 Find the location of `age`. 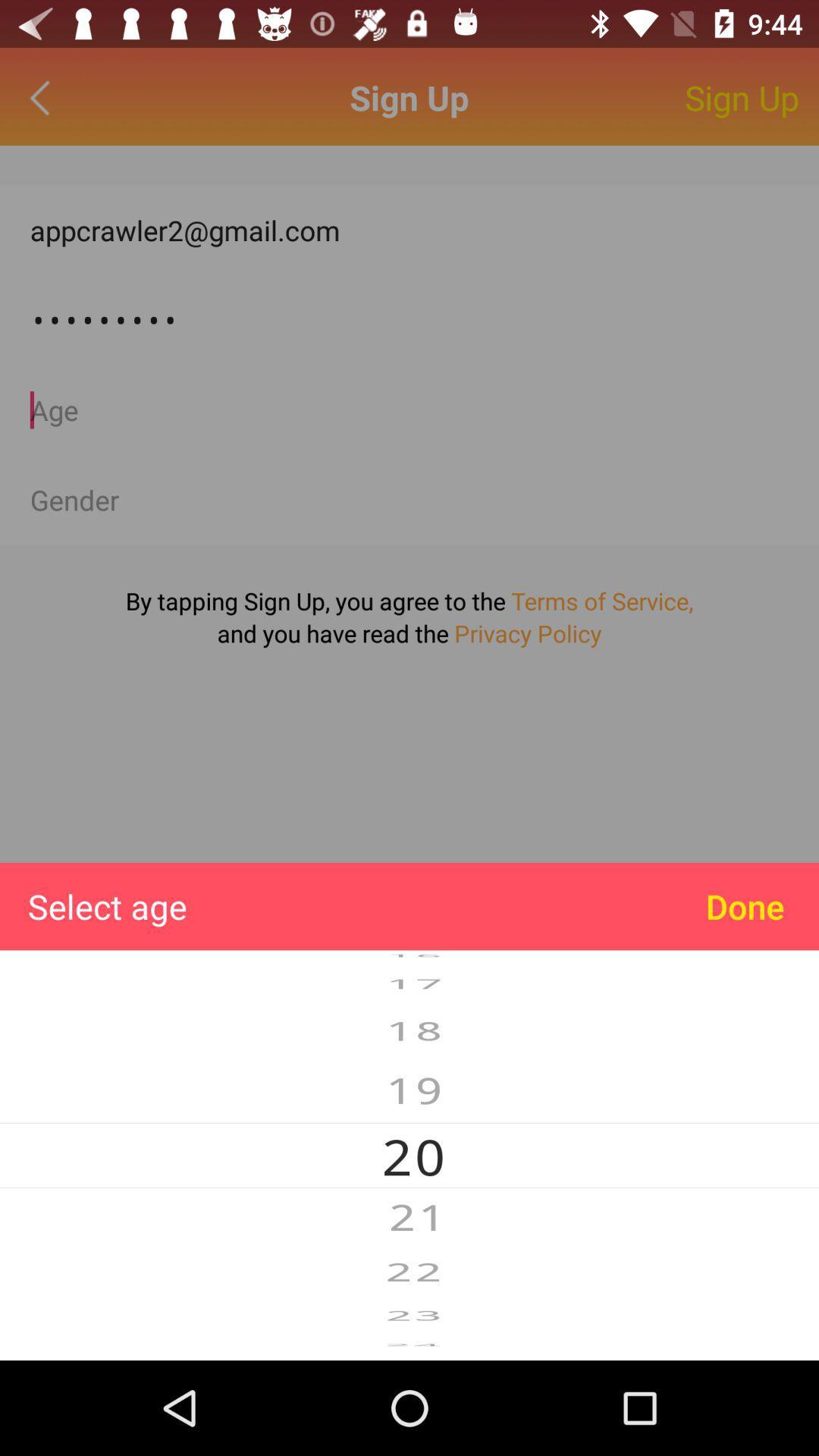

age is located at coordinates (409, 409).